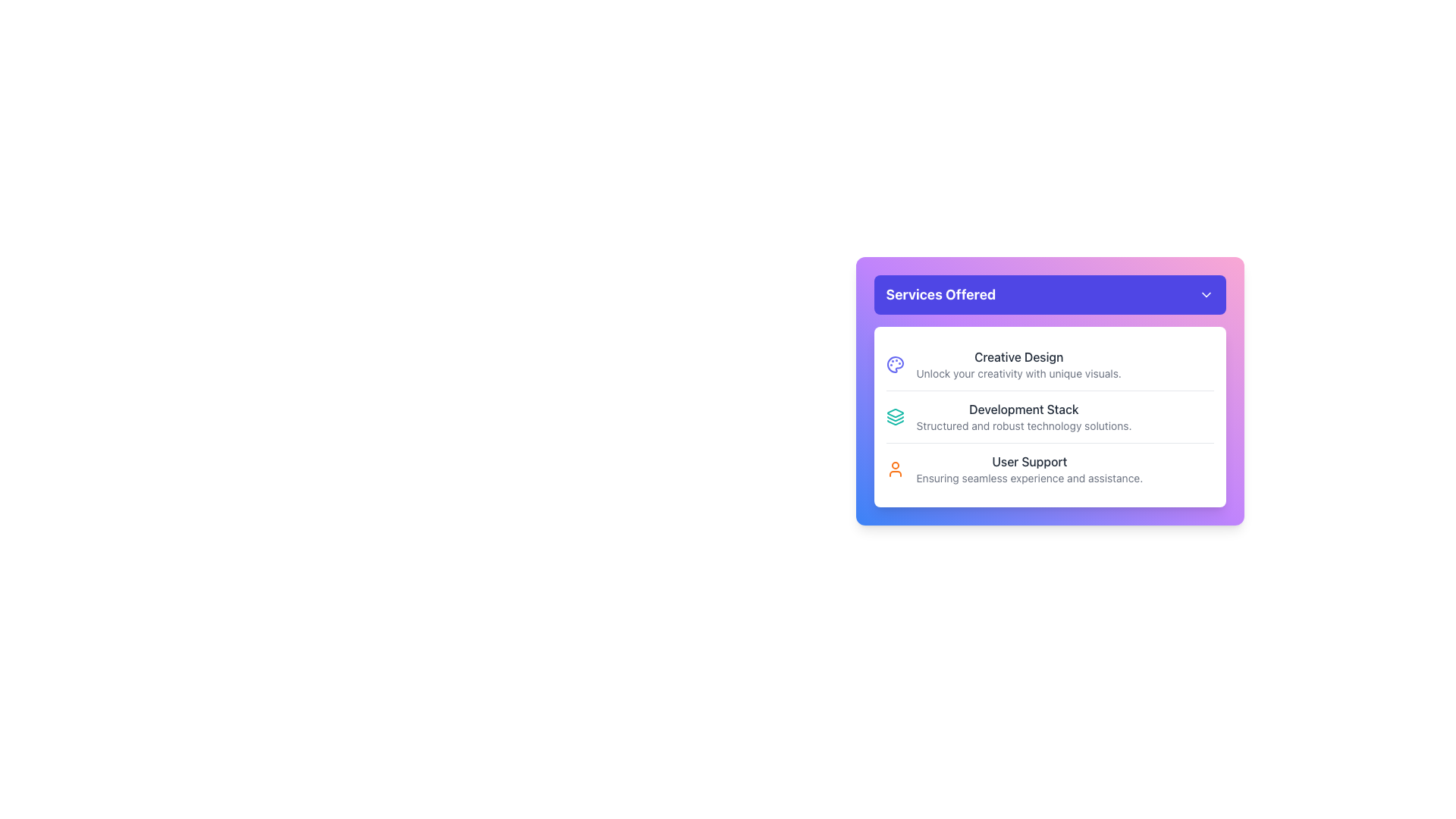  I want to click on the Dropdown toggle button located at the top of the colorful card, so click(1049, 295).